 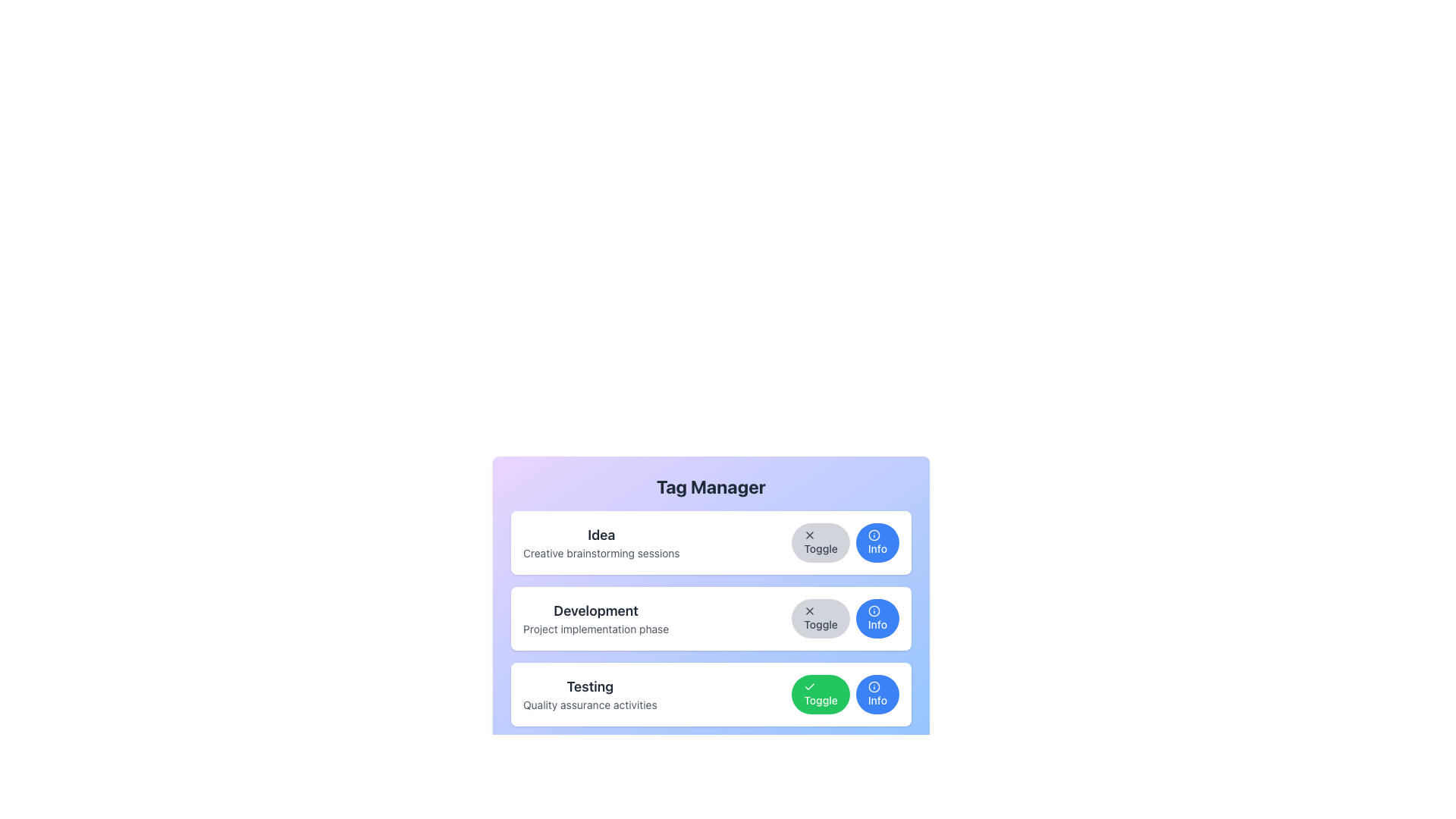 I want to click on the close icon with an 'X' shape located within the 'Development' card section, so click(x=809, y=610).